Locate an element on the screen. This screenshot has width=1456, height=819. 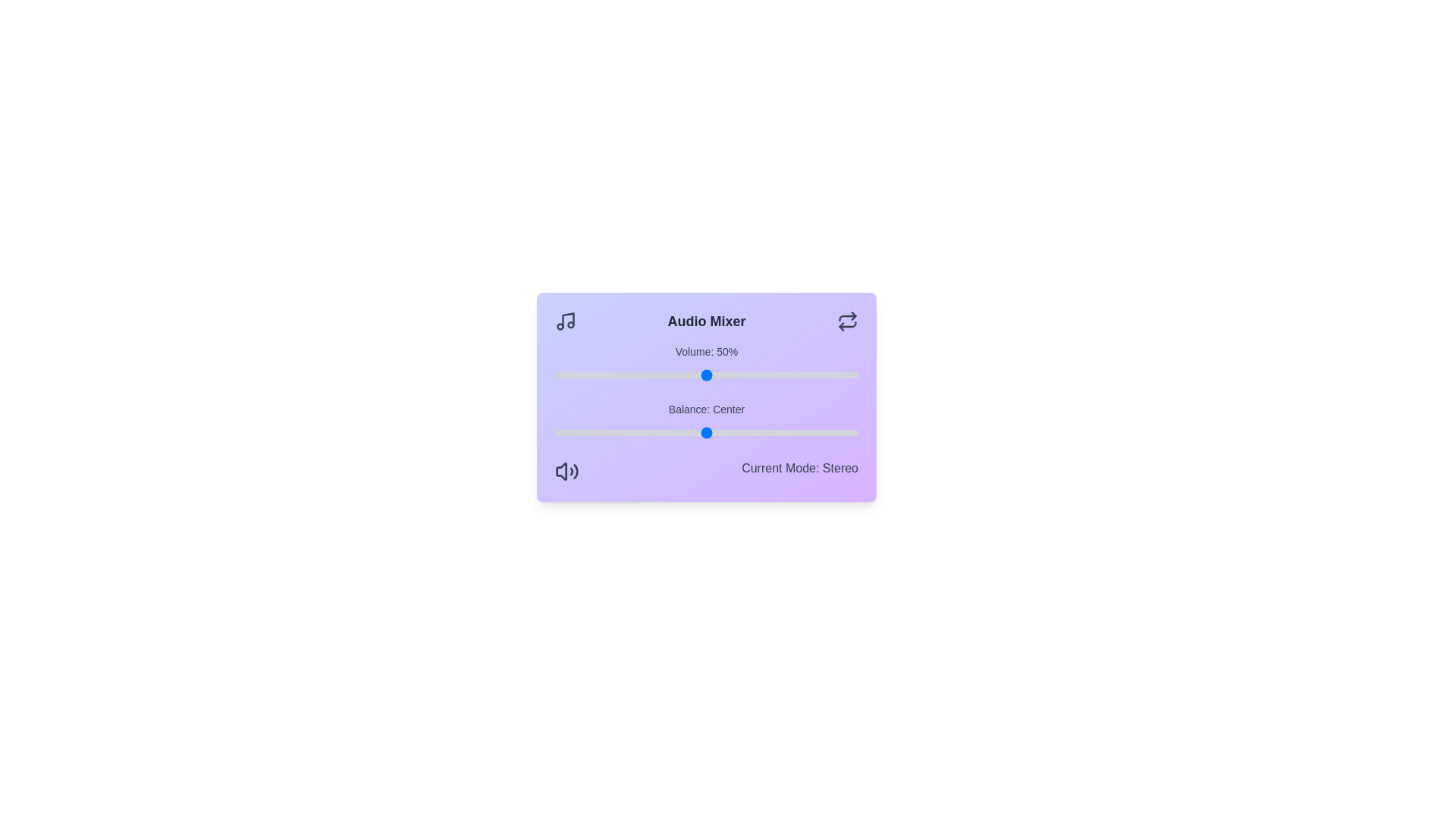
the balance slider to 37 value is located at coordinates (818, 432).